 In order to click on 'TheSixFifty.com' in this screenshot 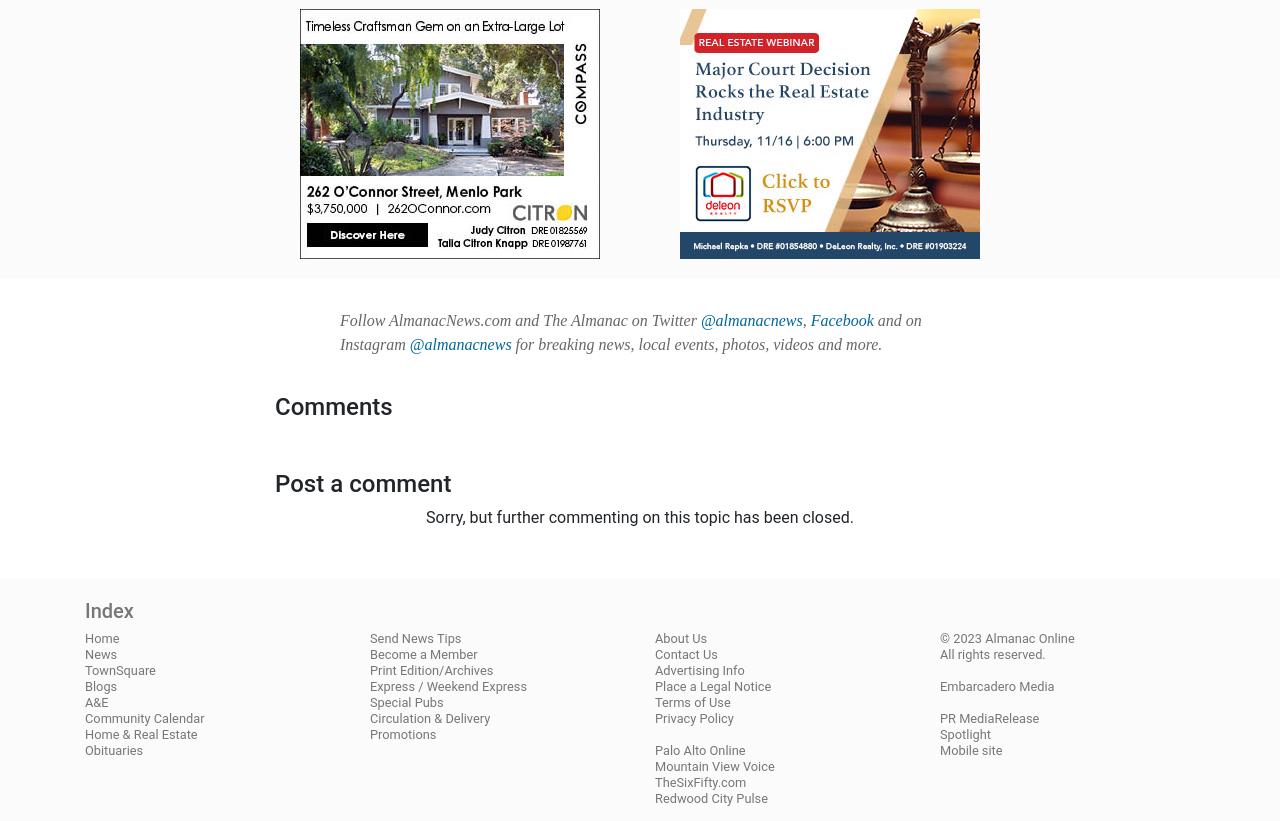, I will do `click(700, 781)`.